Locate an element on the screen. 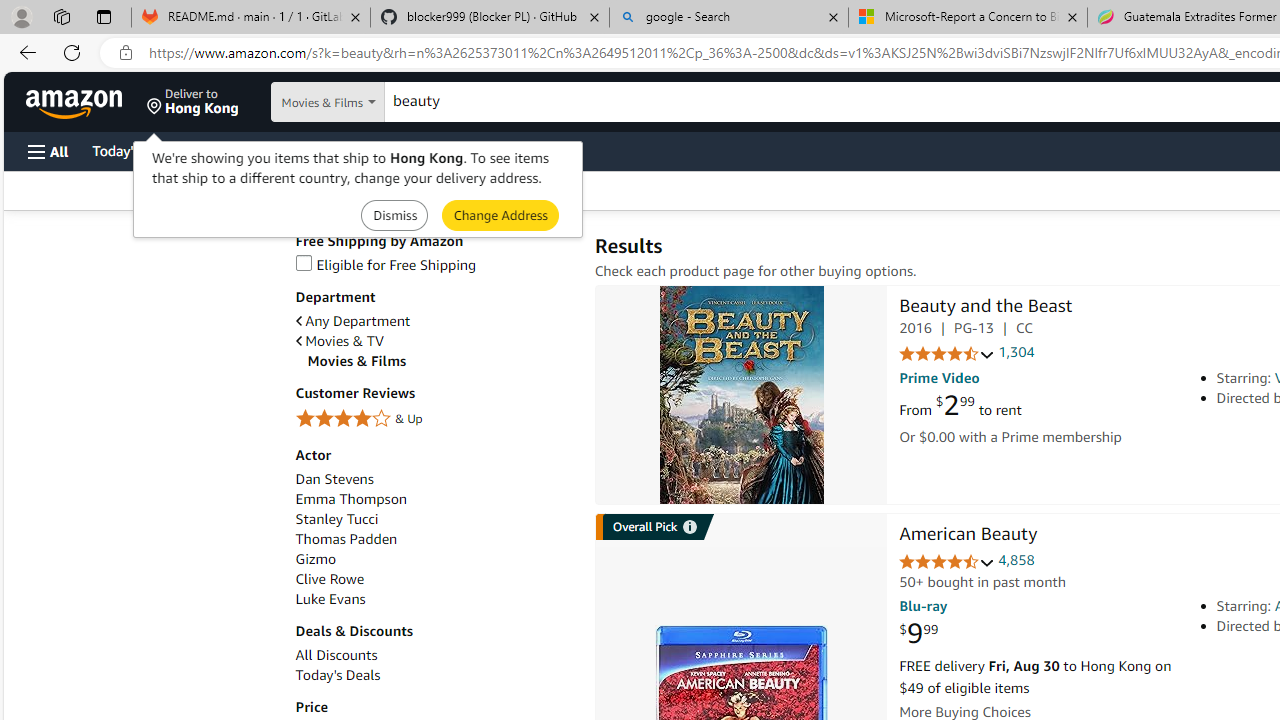 Image resolution: width=1280 pixels, height=720 pixels. 'Stanley Tucci' is located at coordinates (336, 518).